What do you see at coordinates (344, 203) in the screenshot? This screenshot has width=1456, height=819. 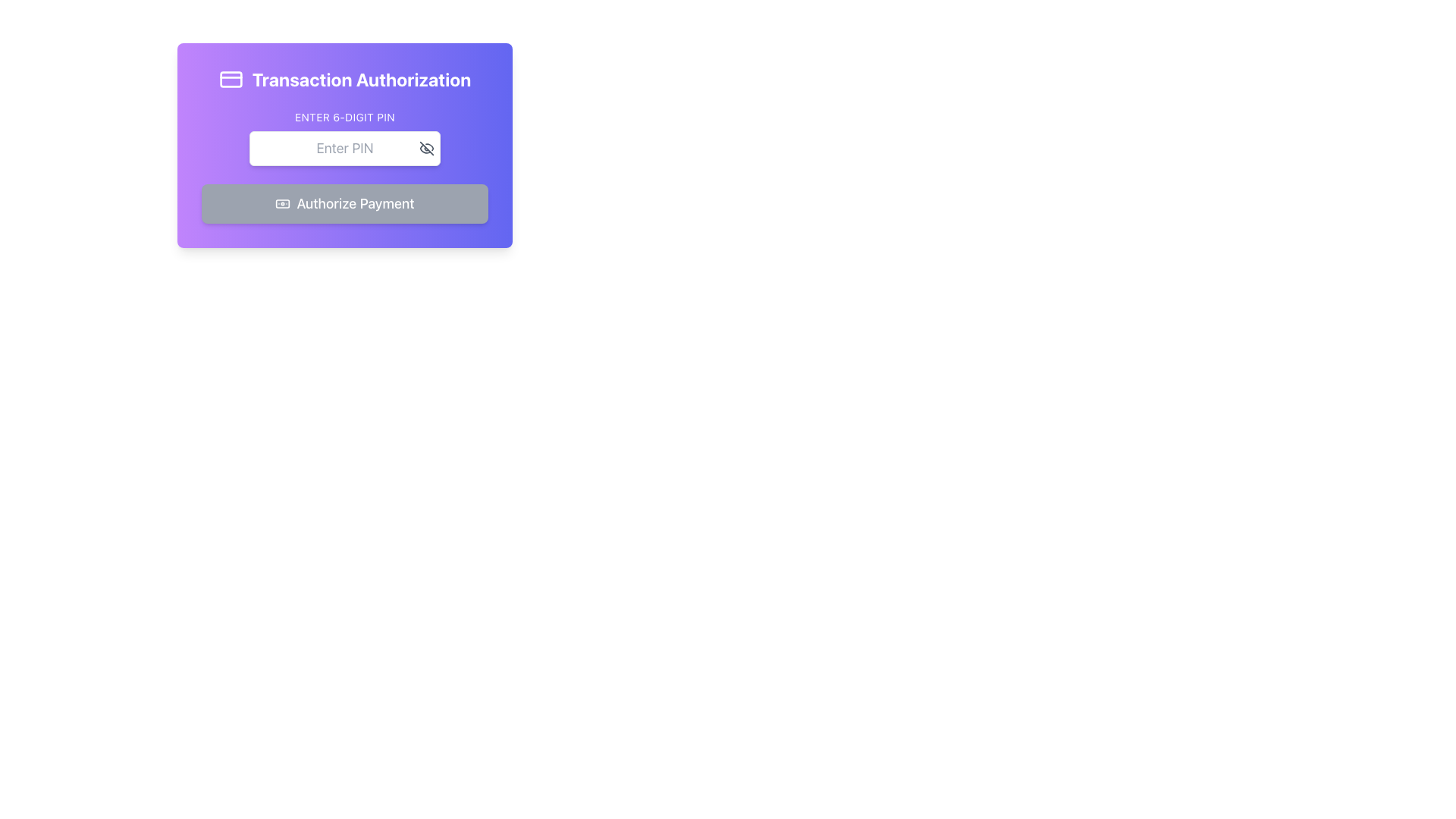 I see `the disabled payment authorization button located at the bottom of the 'Transaction Authorization' card with a gradient purple background` at bounding box center [344, 203].